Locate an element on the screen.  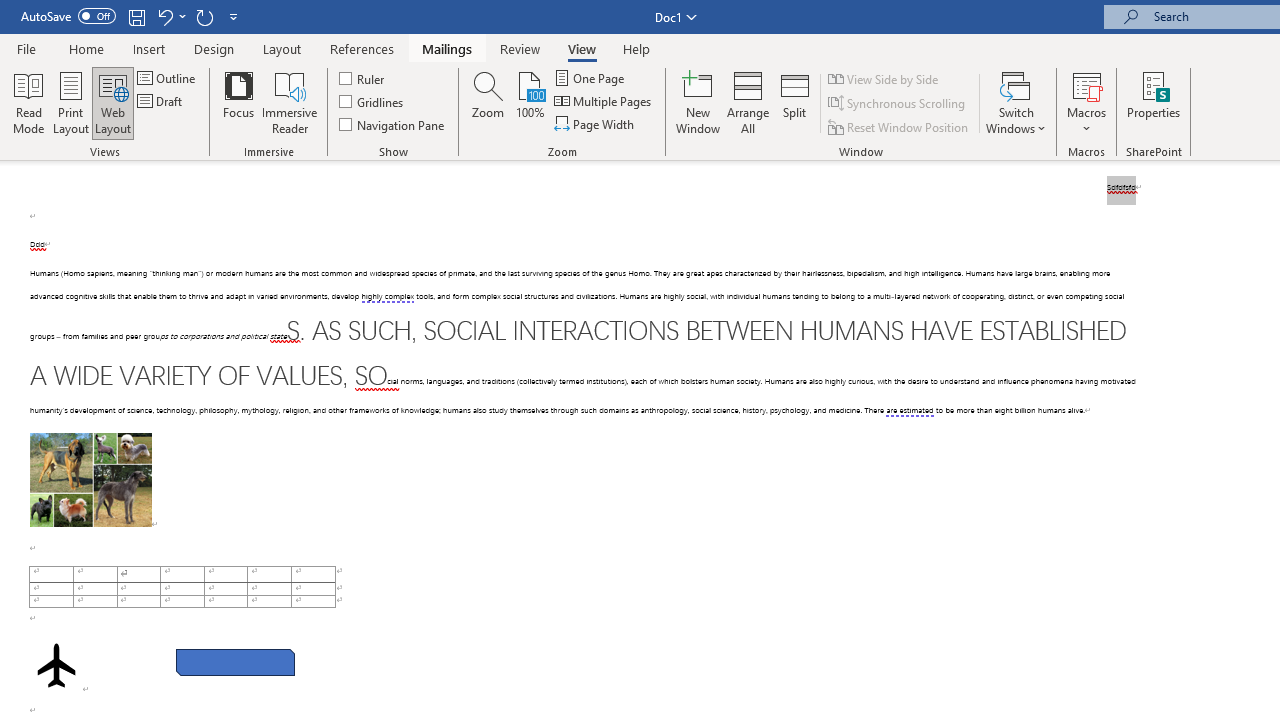
'Split' is located at coordinates (794, 103).